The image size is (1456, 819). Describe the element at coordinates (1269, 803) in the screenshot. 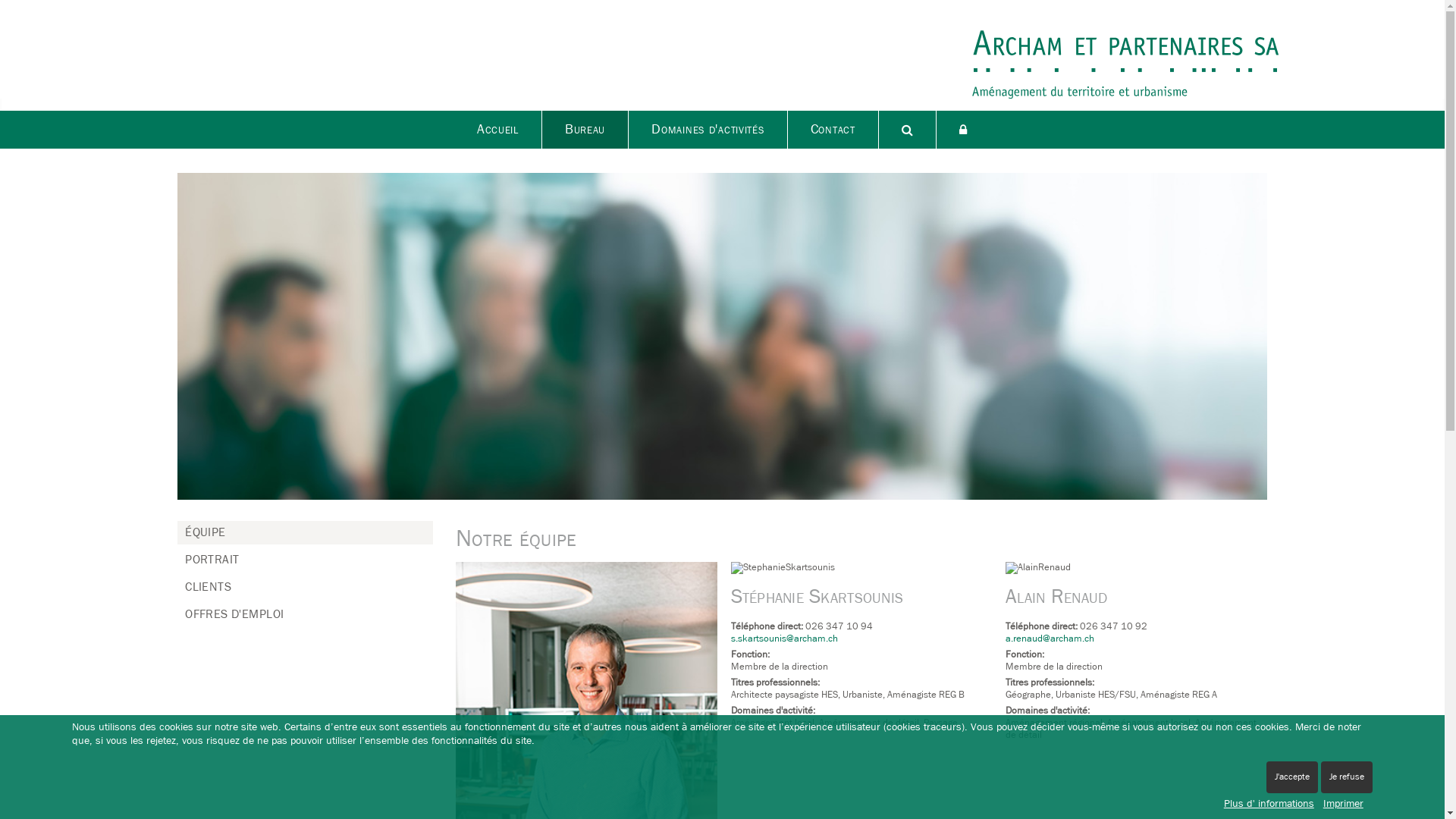

I see `'Plus d' informations'` at that location.